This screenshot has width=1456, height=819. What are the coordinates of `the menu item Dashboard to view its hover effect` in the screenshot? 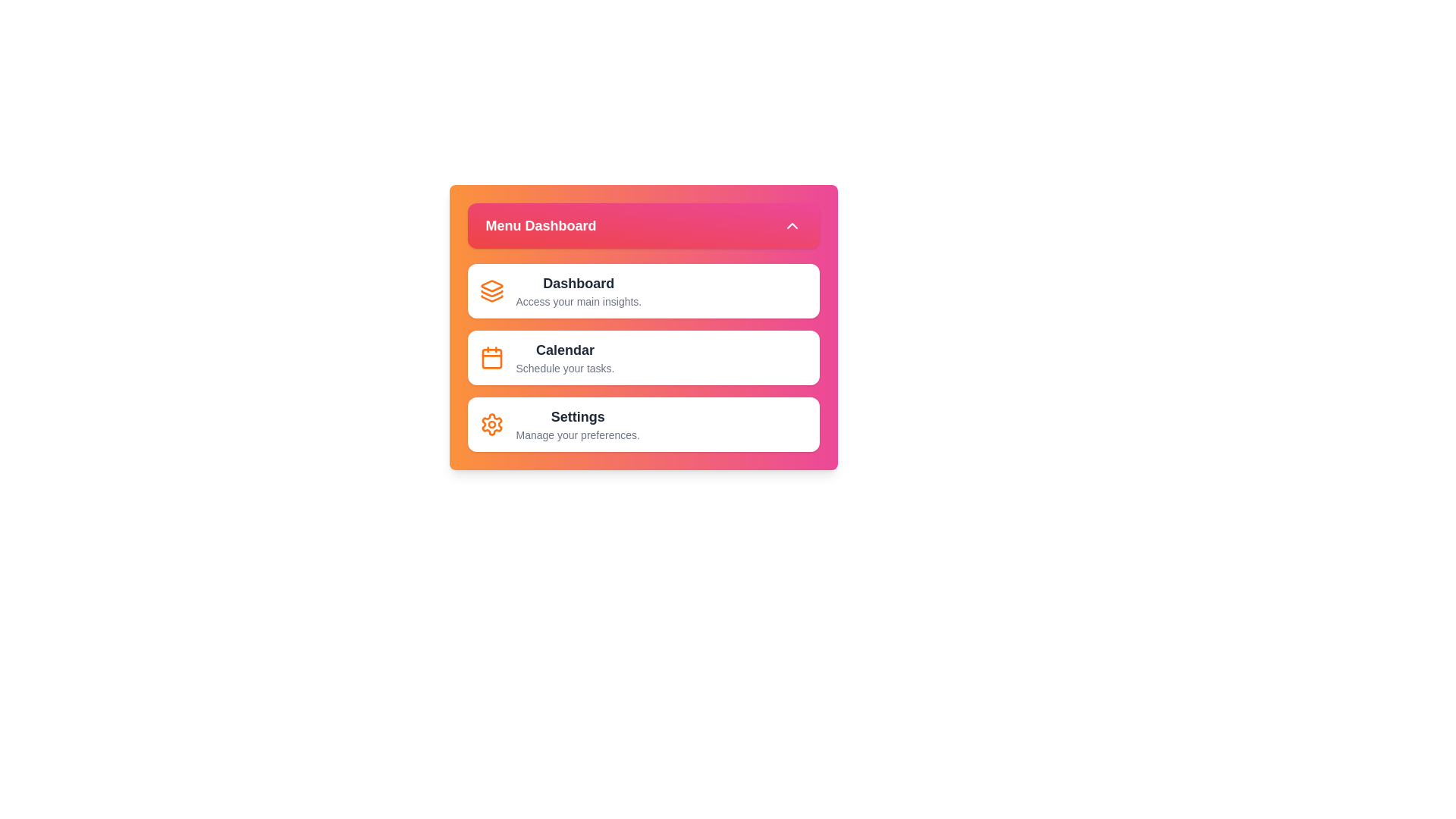 It's located at (643, 291).